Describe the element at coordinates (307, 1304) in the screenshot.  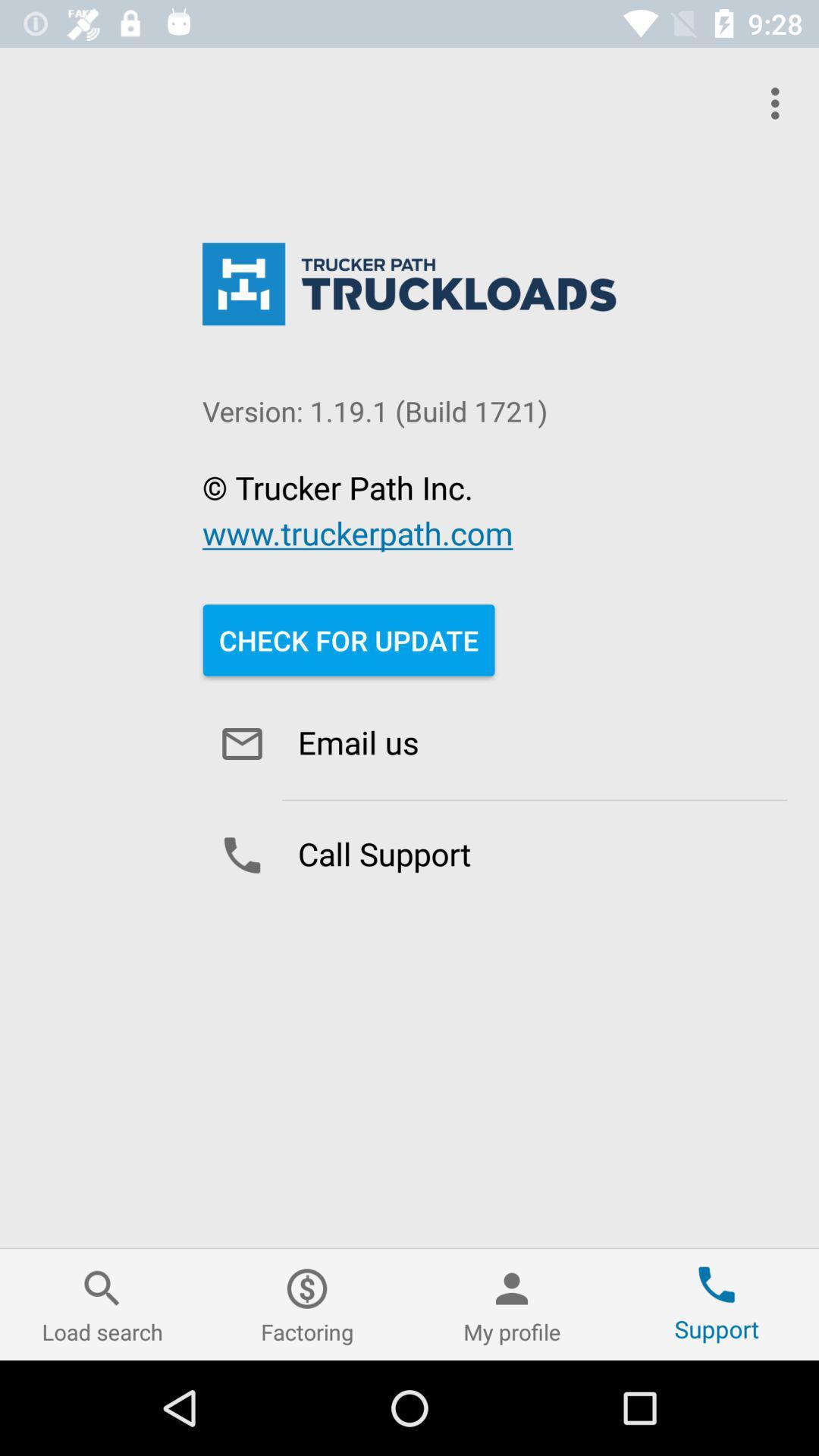
I see `item next to the my profile icon` at that location.